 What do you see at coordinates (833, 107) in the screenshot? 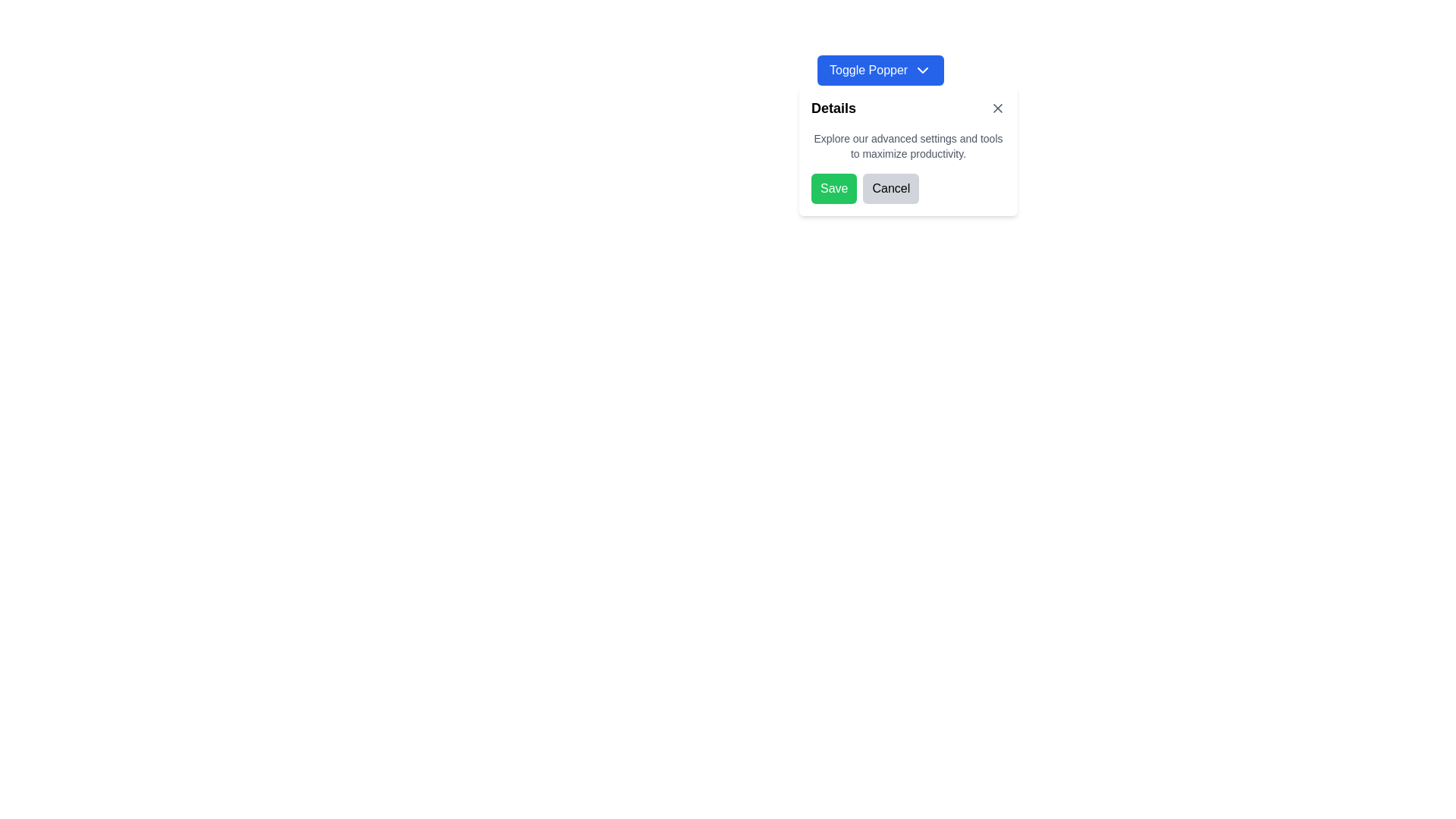
I see `the static text label that introduces the content section, located at the top section of the content panel, to the left of the close button` at bounding box center [833, 107].